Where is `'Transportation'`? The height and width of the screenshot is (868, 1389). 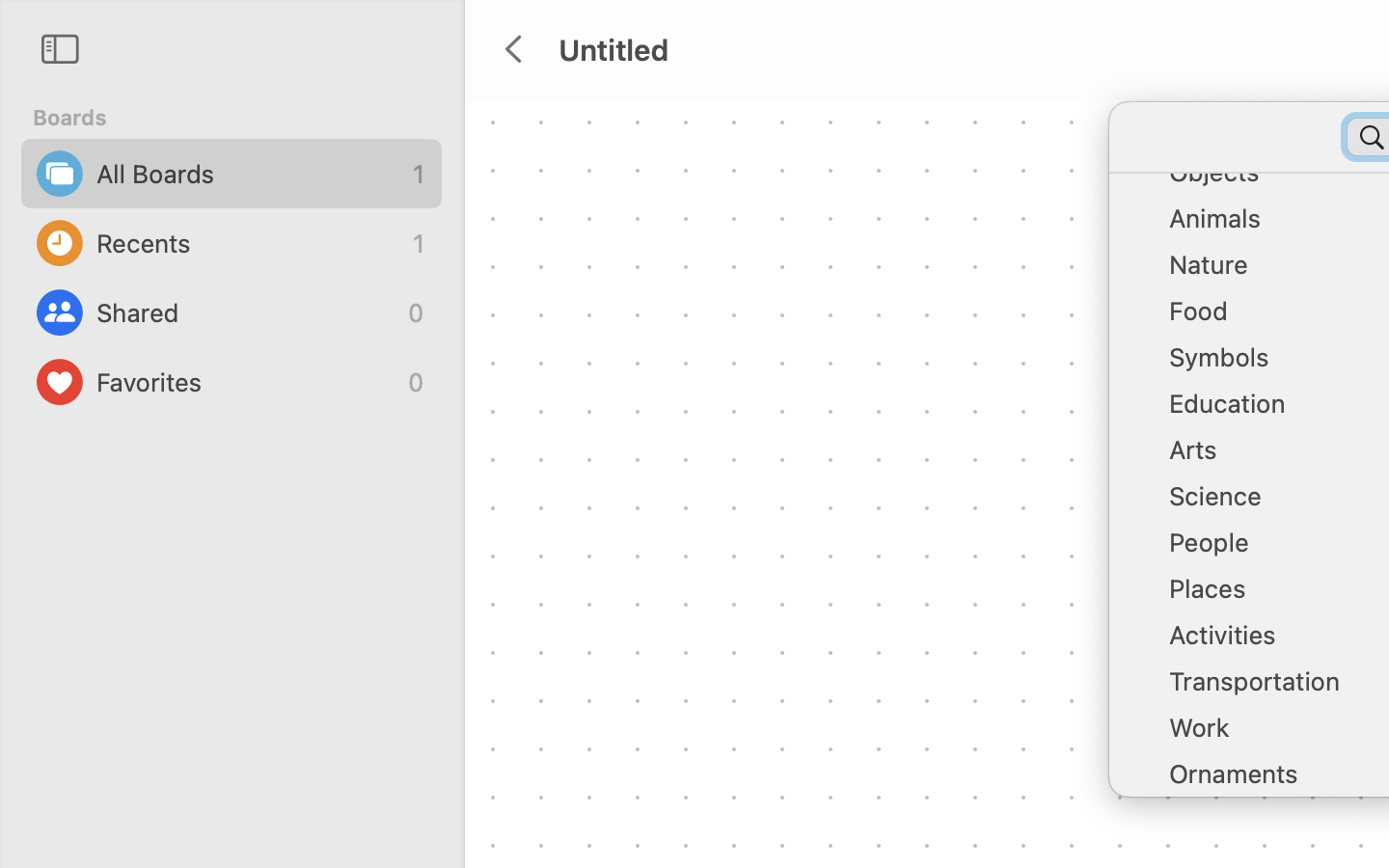 'Transportation' is located at coordinates (1273, 687).